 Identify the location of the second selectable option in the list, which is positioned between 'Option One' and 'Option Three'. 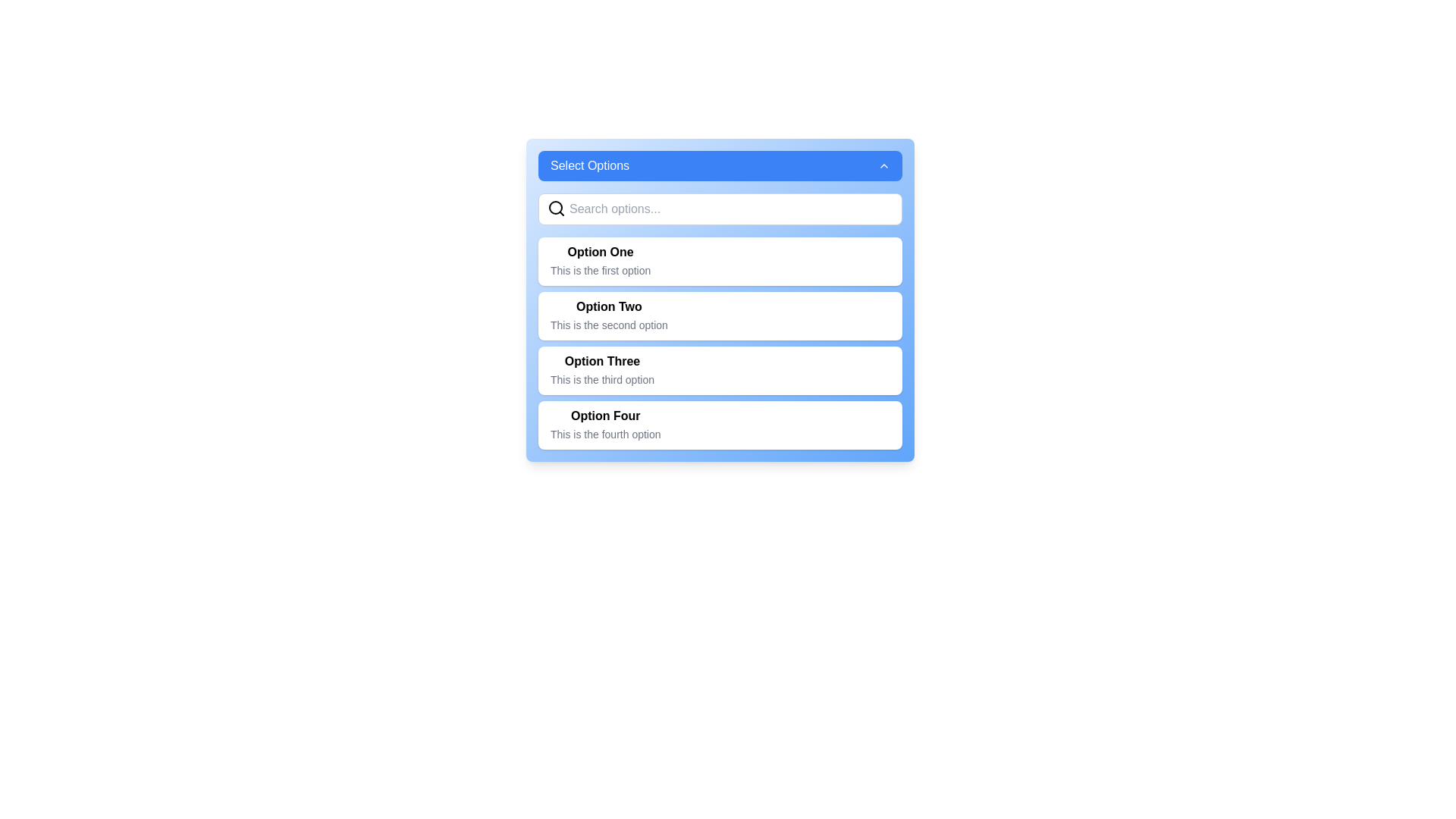
(720, 300).